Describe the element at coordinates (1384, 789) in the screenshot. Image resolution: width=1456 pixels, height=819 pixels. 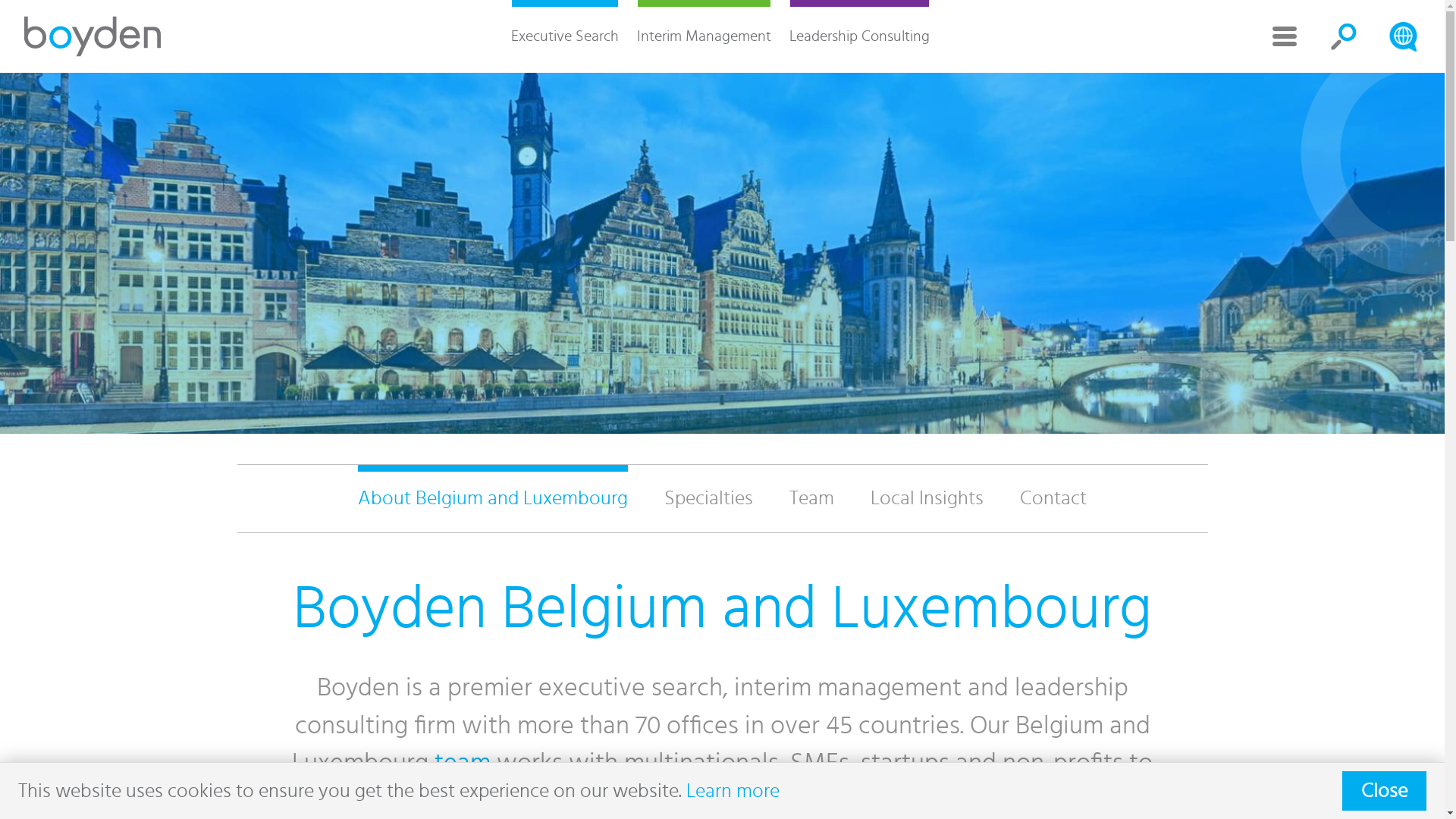
I see `'Close'` at that location.